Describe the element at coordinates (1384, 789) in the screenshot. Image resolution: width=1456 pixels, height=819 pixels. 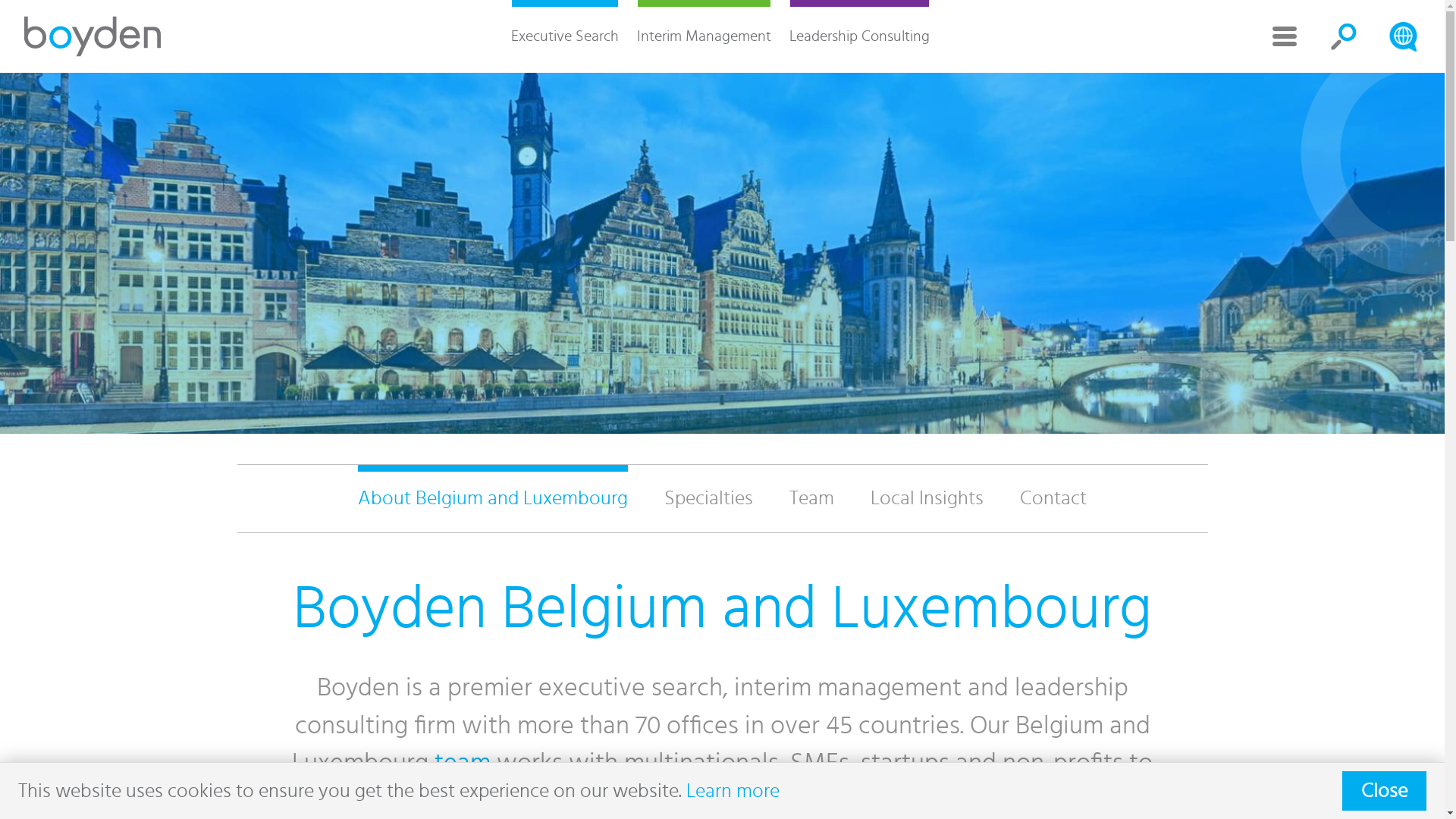
I see `'Close'` at that location.